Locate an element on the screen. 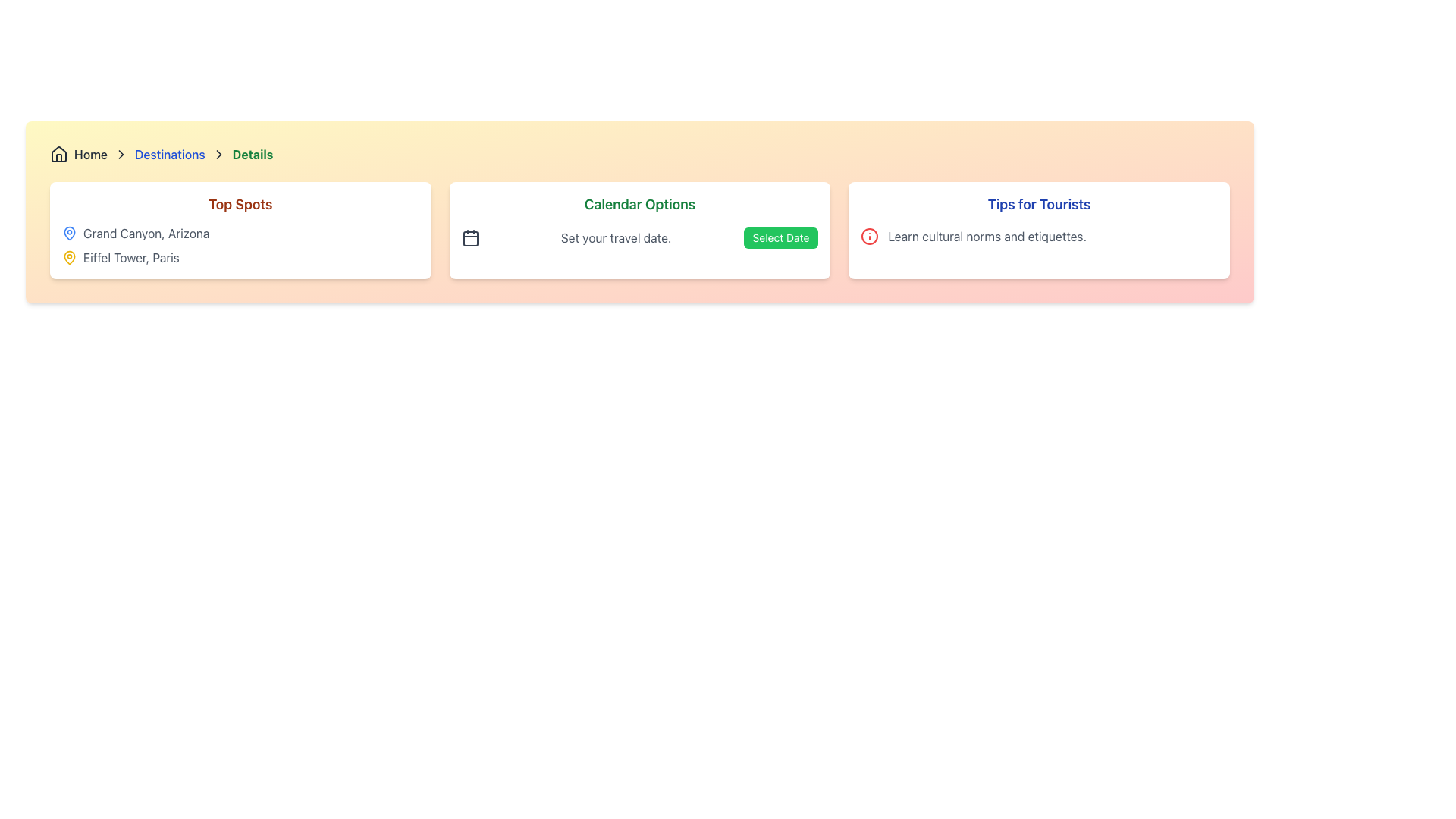 Image resolution: width=1456 pixels, height=819 pixels. the 'Home' hyperlink in the breadcrumb navigation bar is located at coordinates (78, 155).